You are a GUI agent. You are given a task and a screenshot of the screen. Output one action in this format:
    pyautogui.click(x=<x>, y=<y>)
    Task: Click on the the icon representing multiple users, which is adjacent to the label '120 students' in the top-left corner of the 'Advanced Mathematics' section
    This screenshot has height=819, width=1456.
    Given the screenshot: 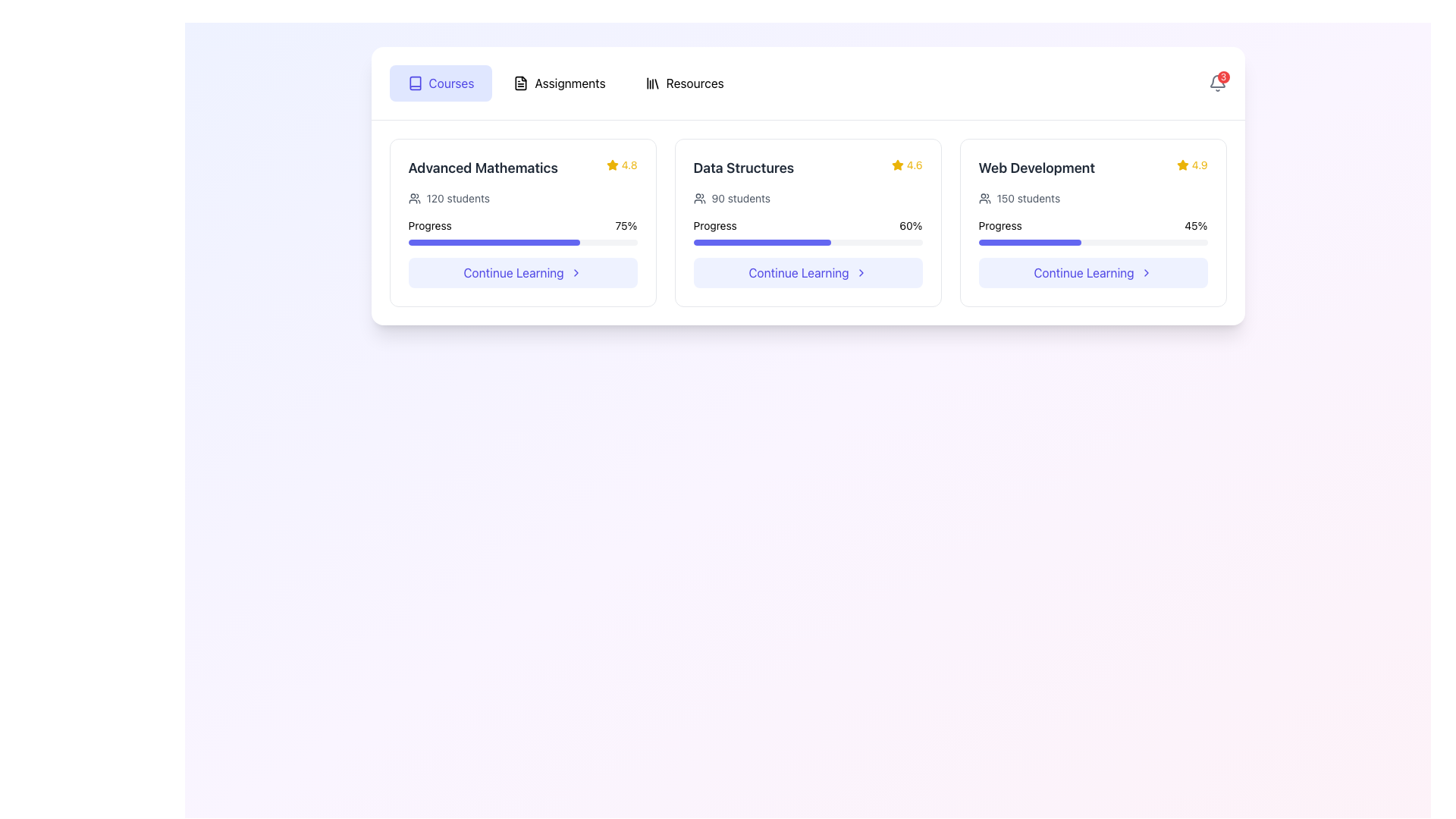 What is the action you would take?
    pyautogui.click(x=414, y=198)
    